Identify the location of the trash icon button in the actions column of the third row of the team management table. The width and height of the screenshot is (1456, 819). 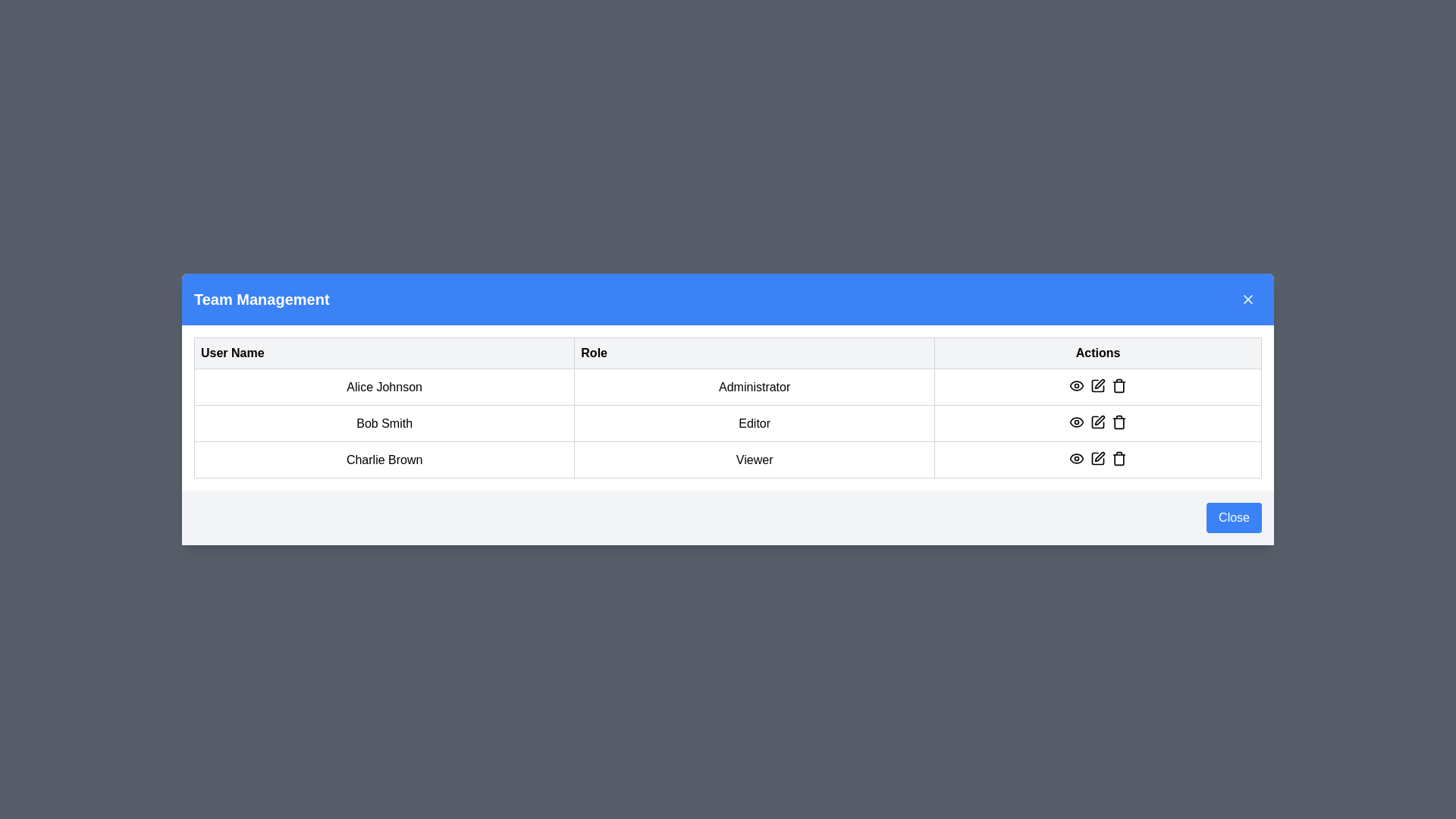
(1119, 422).